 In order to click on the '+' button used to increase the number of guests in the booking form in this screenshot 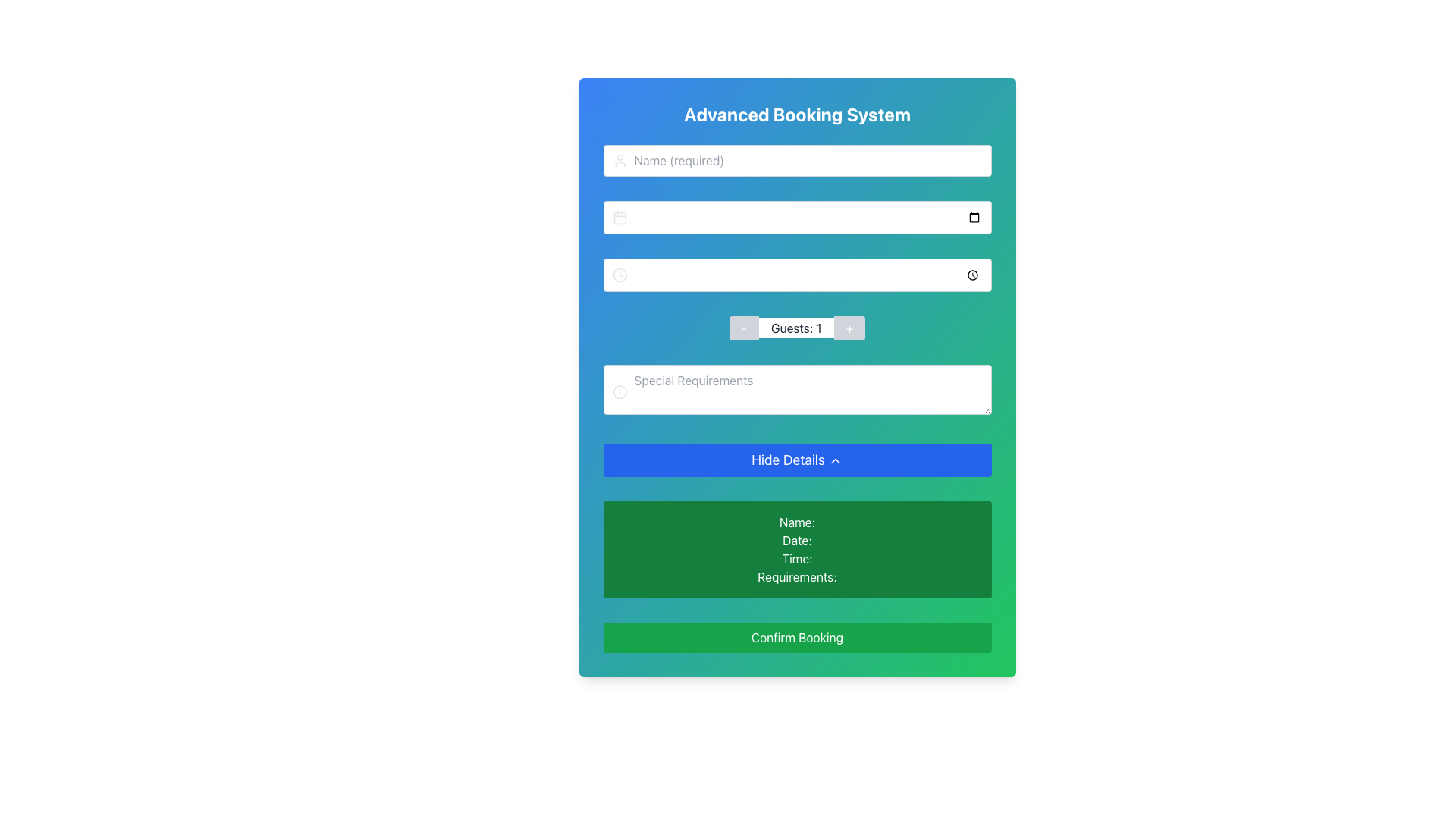, I will do `click(849, 327)`.